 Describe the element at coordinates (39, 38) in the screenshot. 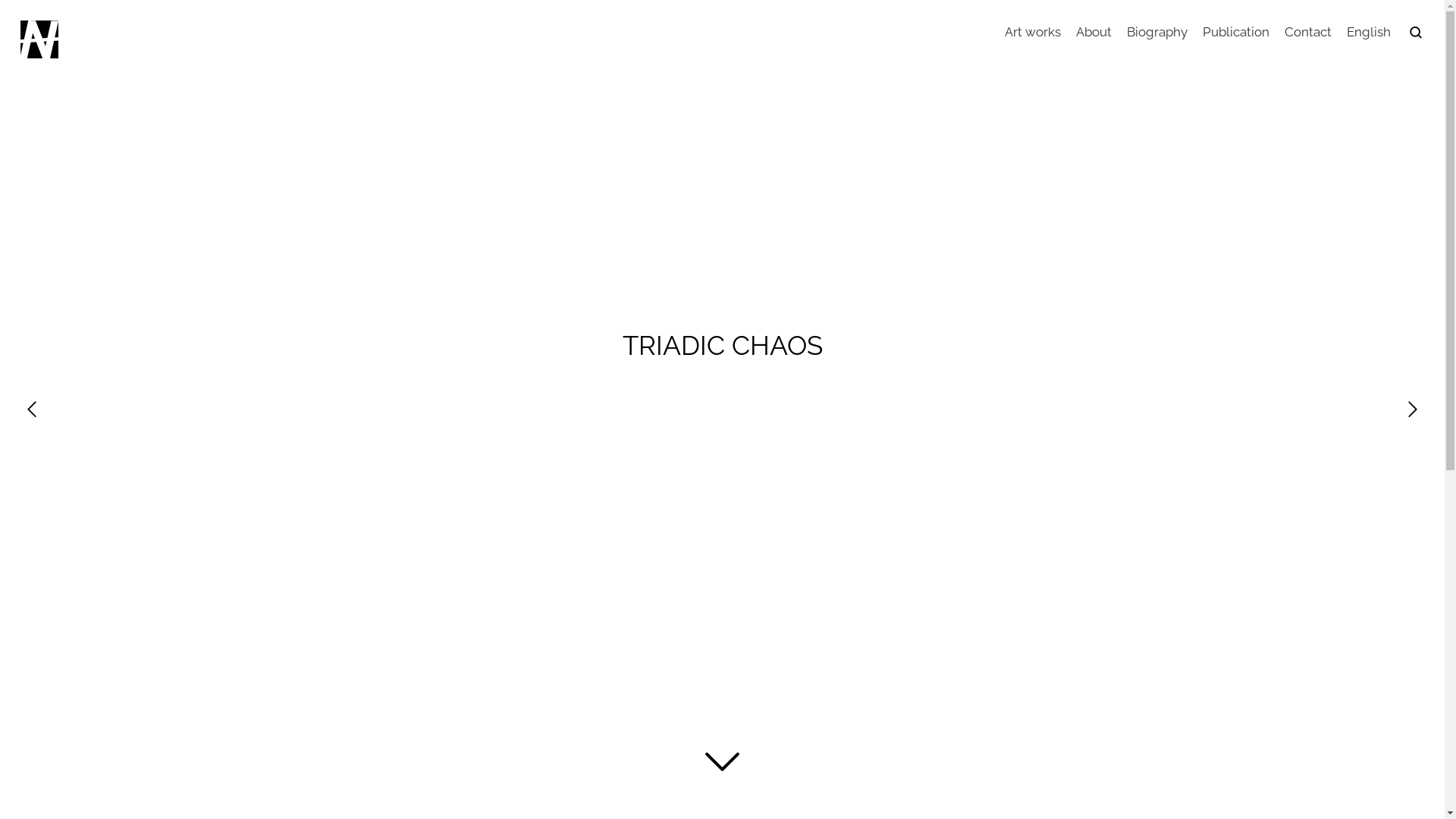

I see `'Artist unit-NAGI'` at that location.